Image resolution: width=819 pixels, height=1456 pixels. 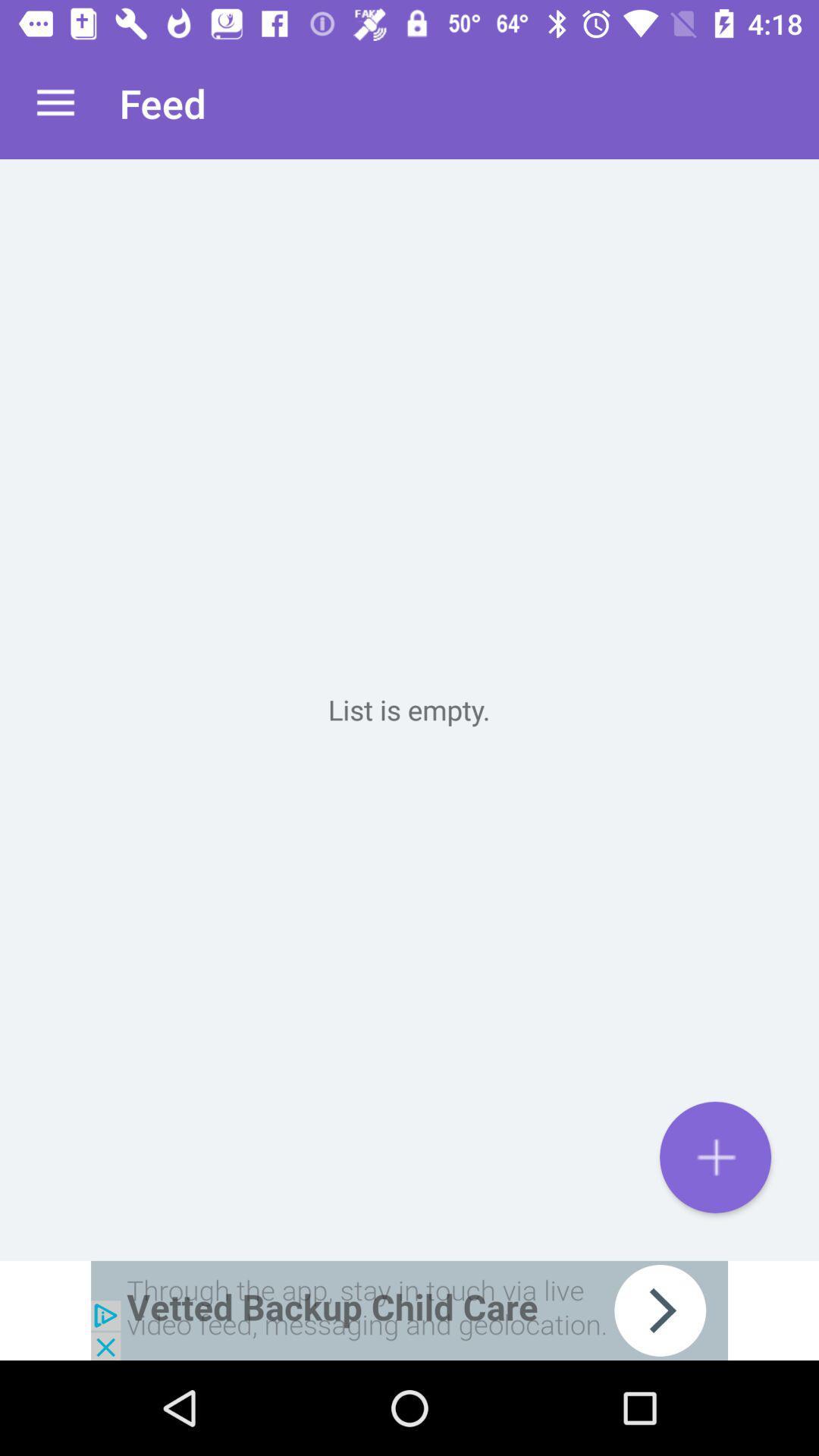 What do you see at coordinates (715, 1156) in the screenshot?
I see `the add icon` at bounding box center [715, 1156].